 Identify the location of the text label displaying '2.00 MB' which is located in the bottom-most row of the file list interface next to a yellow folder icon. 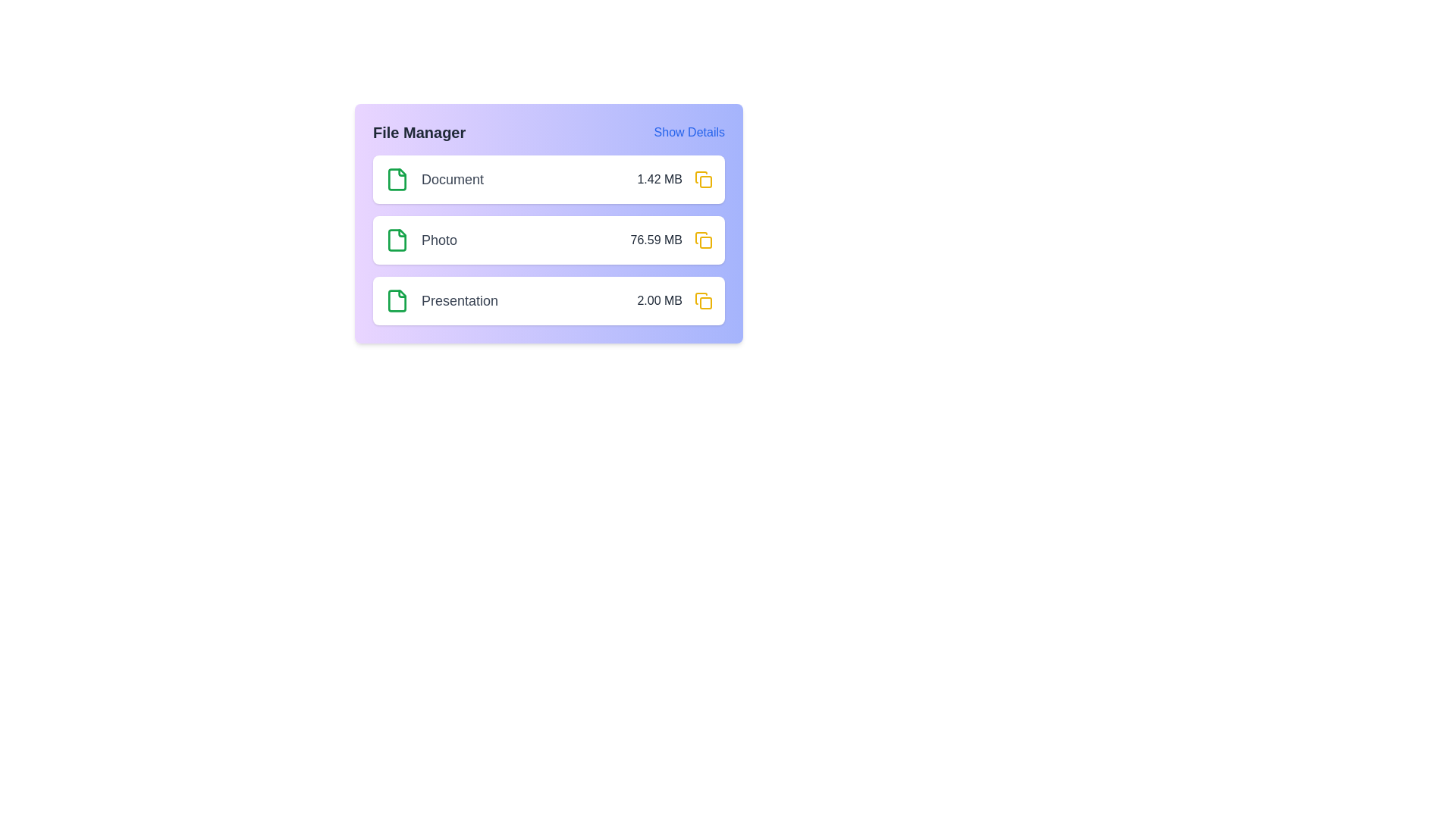
(674, 301).